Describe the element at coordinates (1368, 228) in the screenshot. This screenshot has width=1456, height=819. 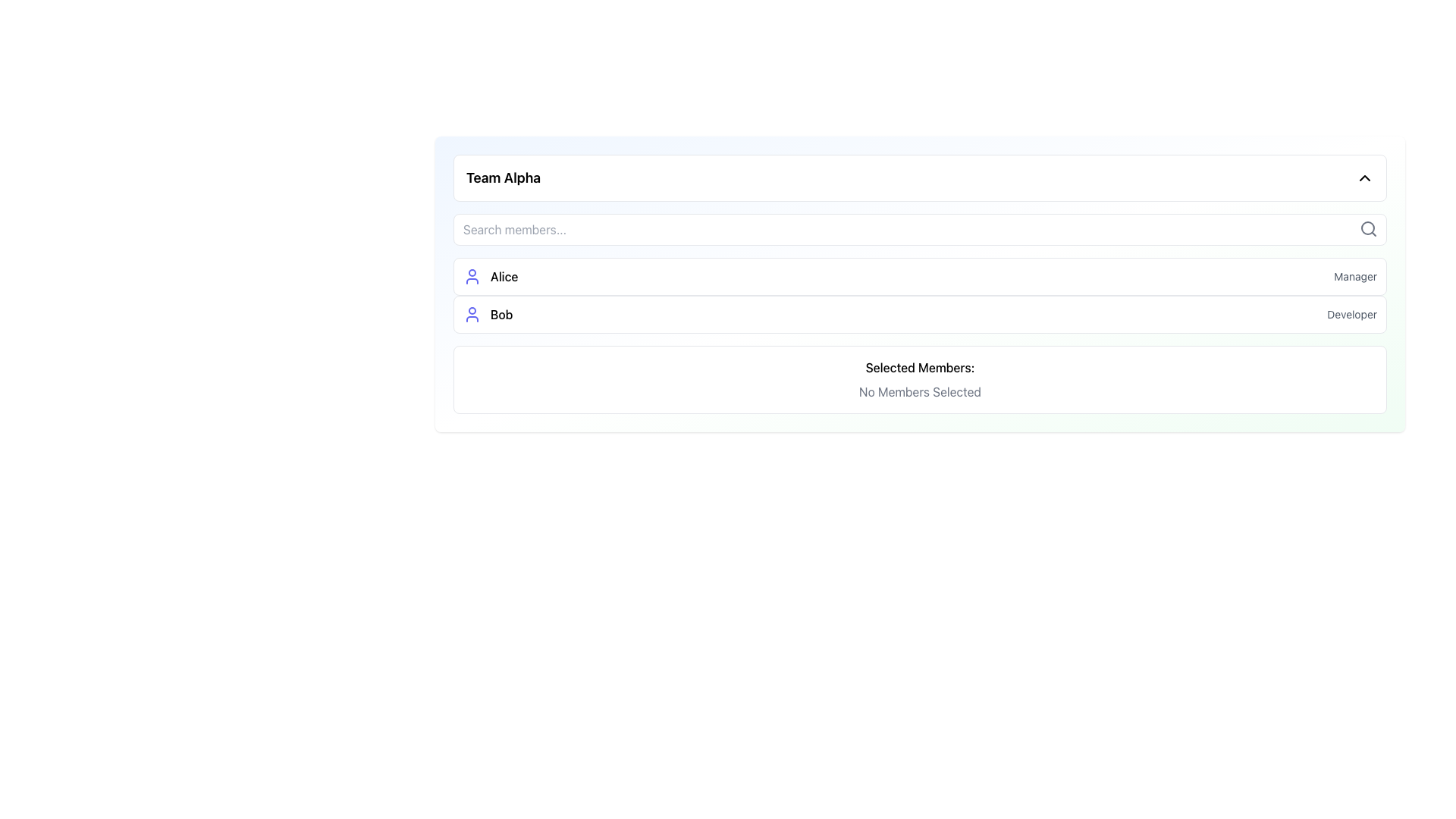
I see `the search icon resembling a magnifying glass located at the far-right end of the 'Search members...' input field` at that location.